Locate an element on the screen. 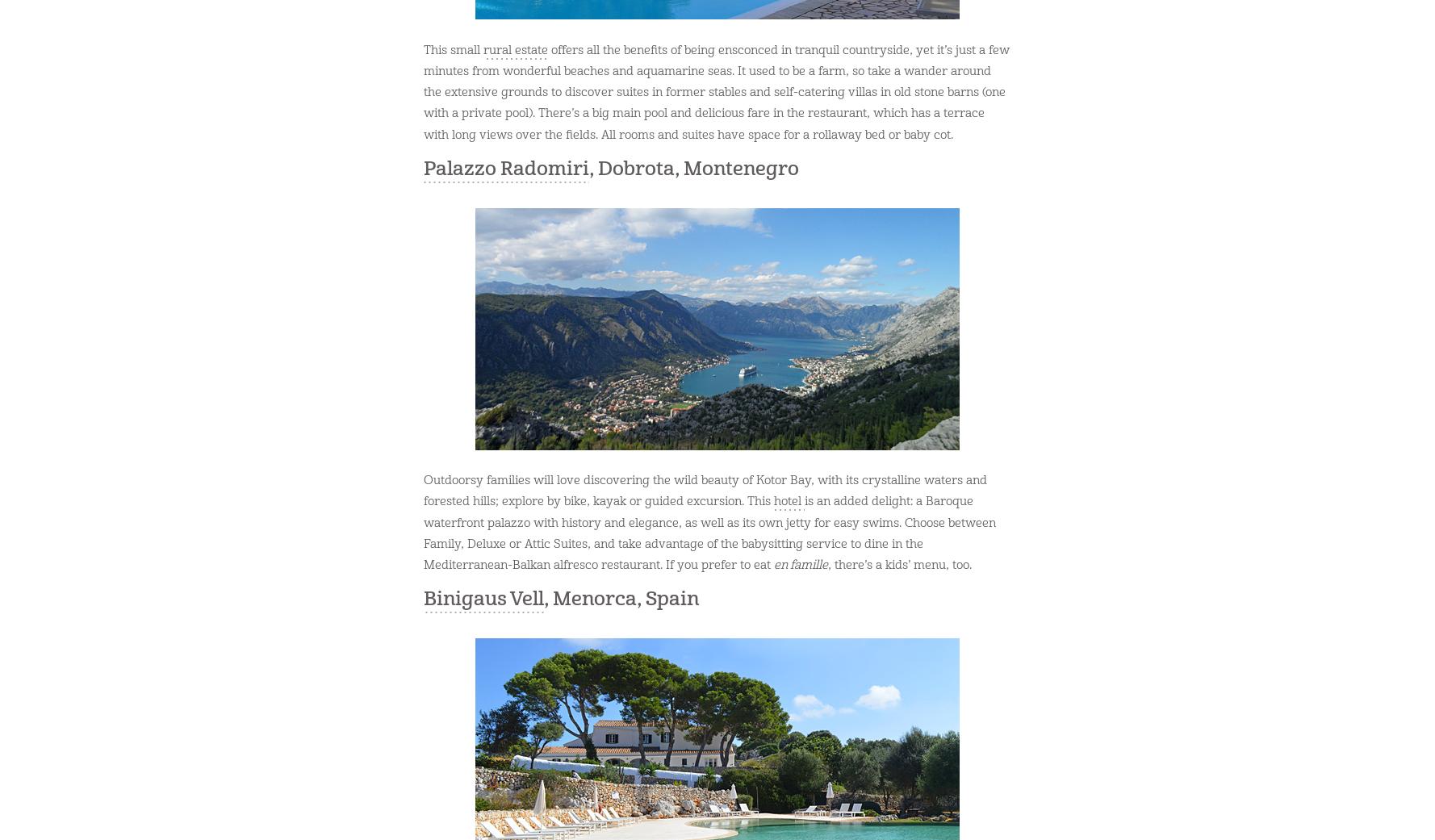  ', Menorca, Spain' is located at coordinates (544, 599).